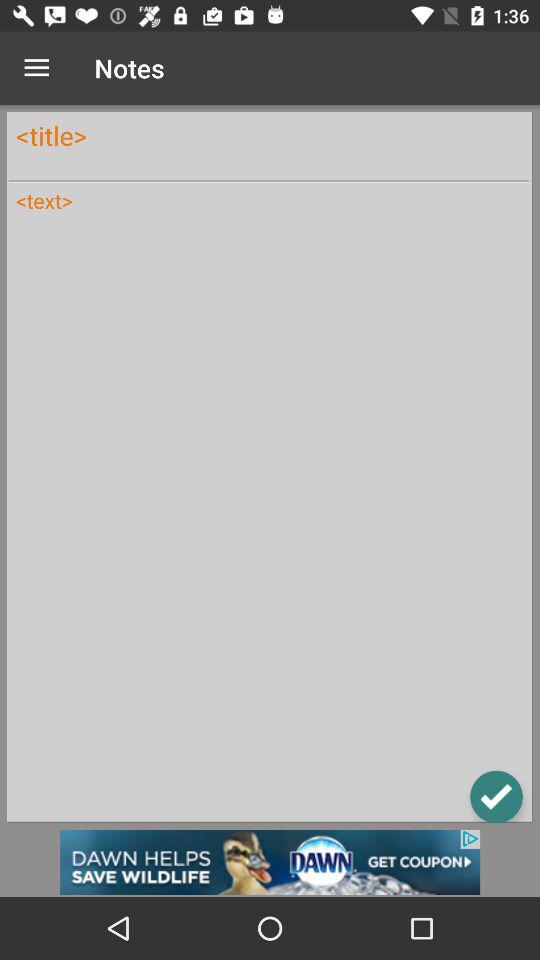 This screenshot has width=540, height=960. Describe the element at coordinates (495, 796) in the screenshot. I see `the check icon` at that location.